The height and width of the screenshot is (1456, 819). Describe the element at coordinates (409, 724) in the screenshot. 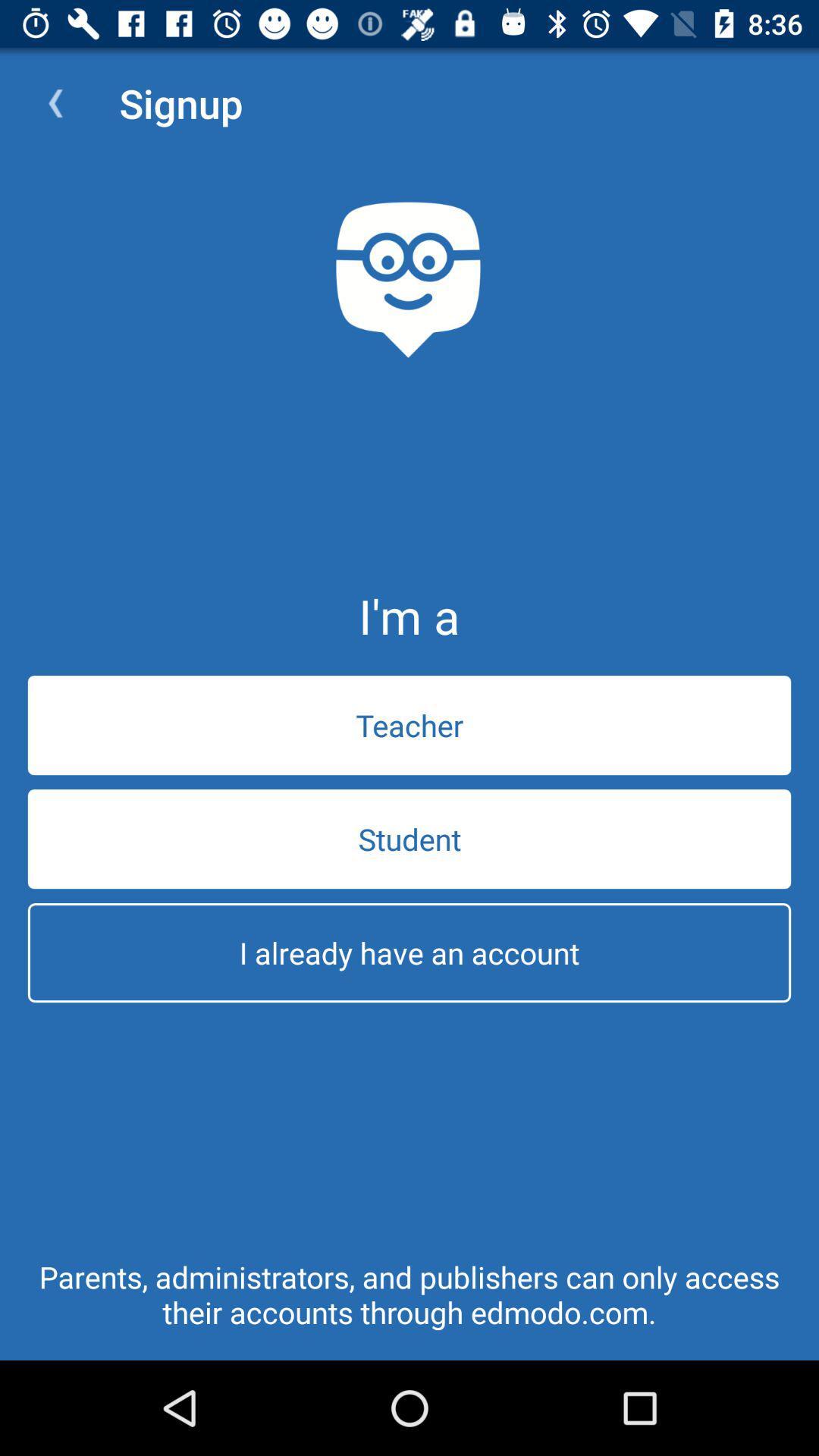

I see `teacher item` at that location.